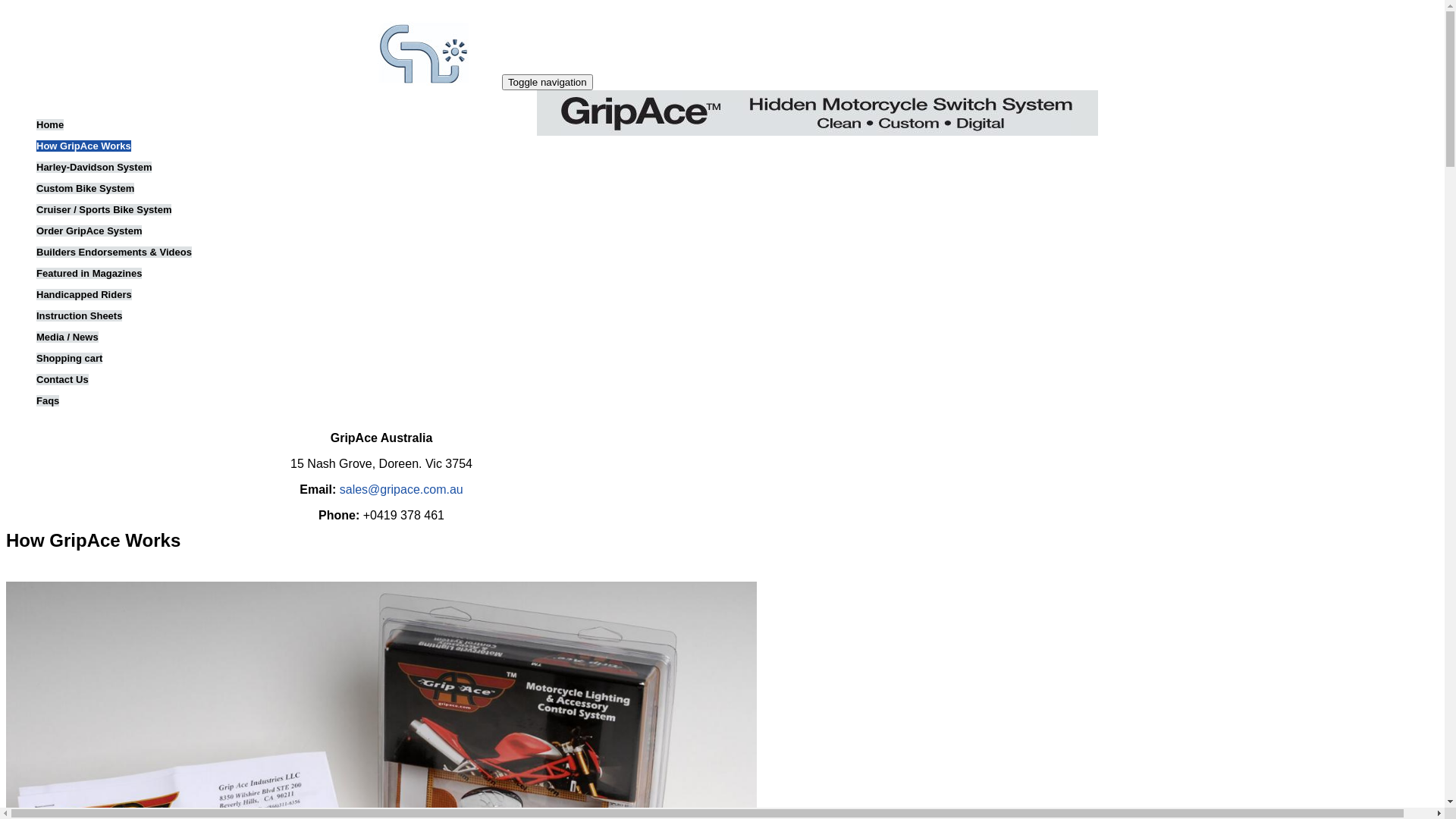 The image size is (1456, 819). Describe the element at coordinates (6, 6) in the screenshot. I see `'Skip to main content'` at that location.